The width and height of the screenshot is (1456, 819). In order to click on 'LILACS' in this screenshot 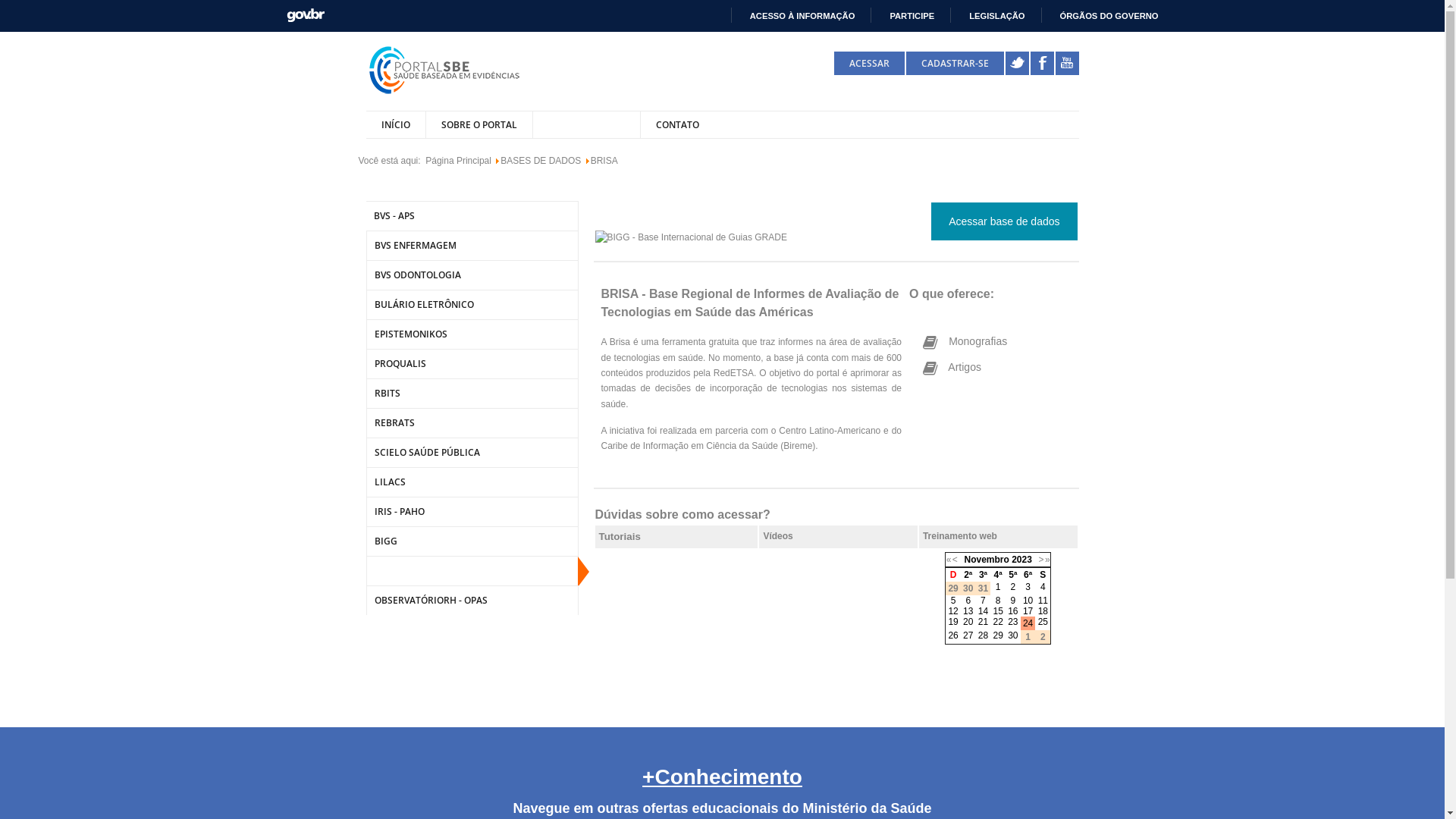, I will do `click(471, 482)`.